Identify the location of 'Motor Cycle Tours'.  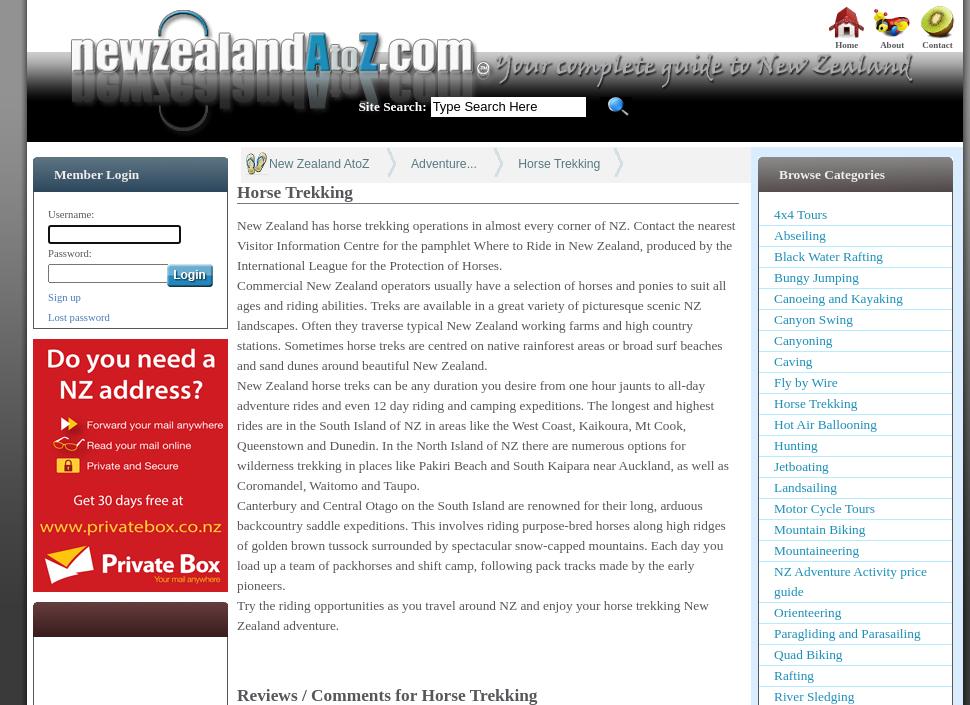
(824, 508).